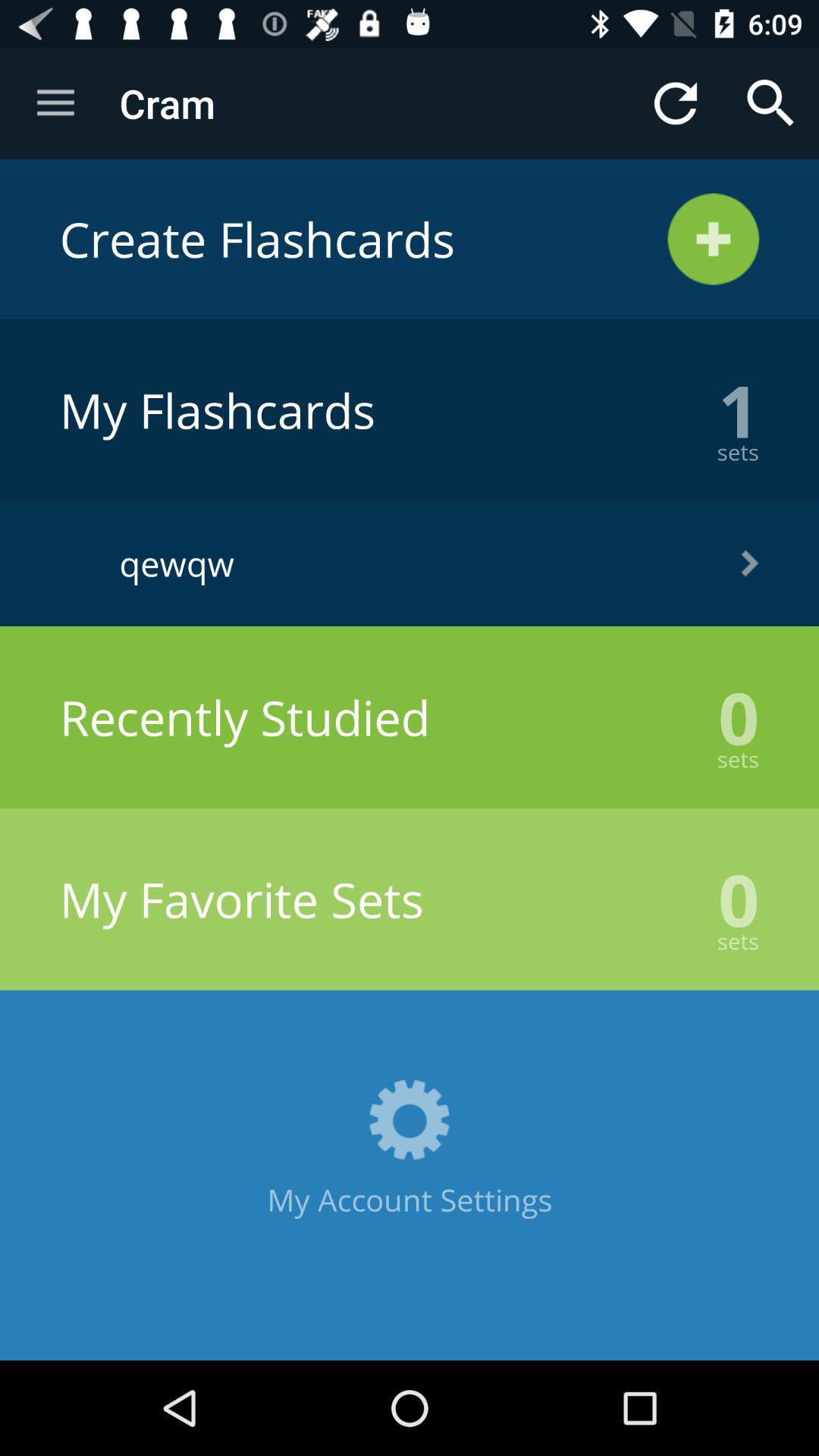 This screenshot has height=1456, width=819. What do you see at coordinates (675, 102) in the screenshot?
I see `the item above the create flashcards` at bounding box center [675, 102].